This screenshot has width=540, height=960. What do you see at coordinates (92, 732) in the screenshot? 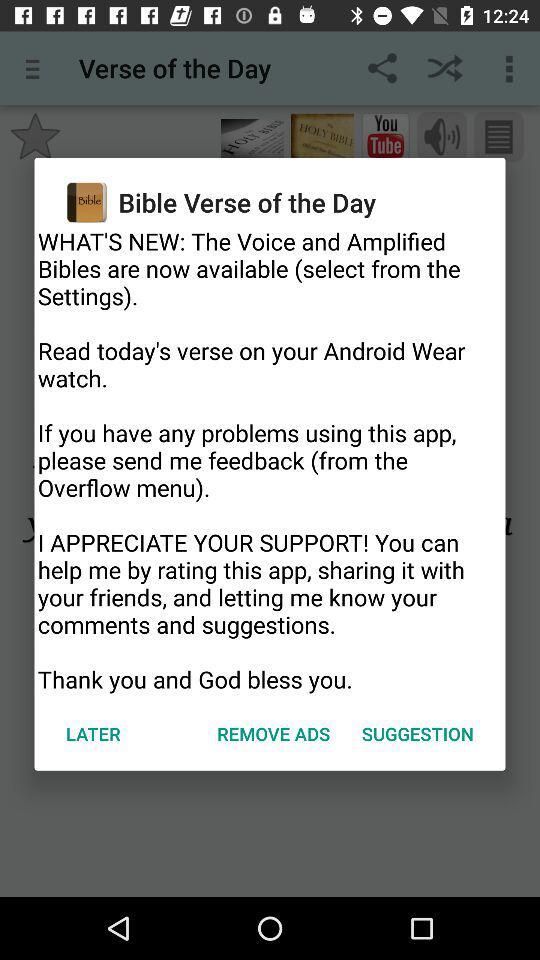
I see `item at the bottom left corner` at bounding box center [92, 732].